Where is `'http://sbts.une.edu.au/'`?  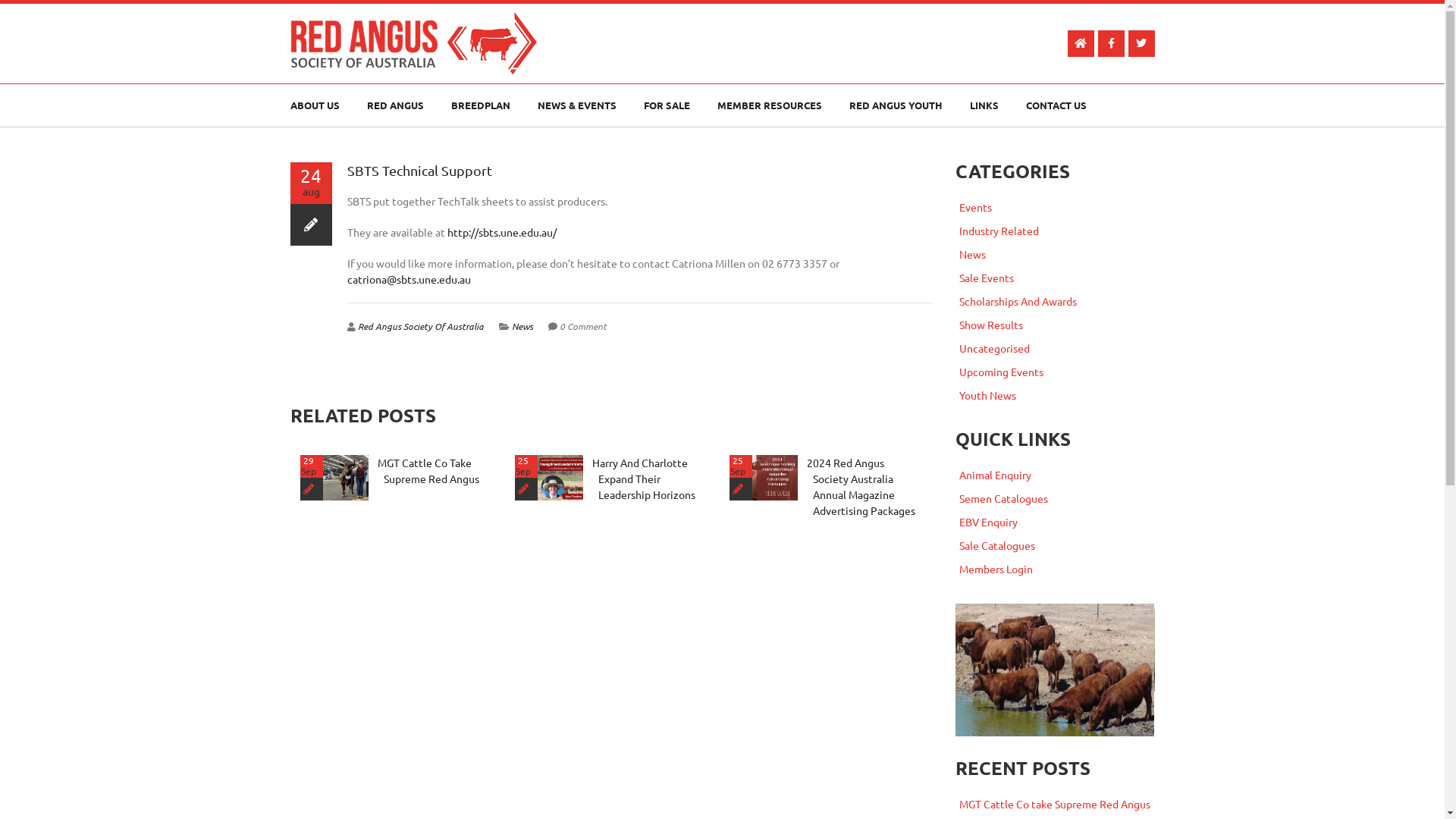 'http://sbts.une.edu.au/' is located at coordinates (502, 231).